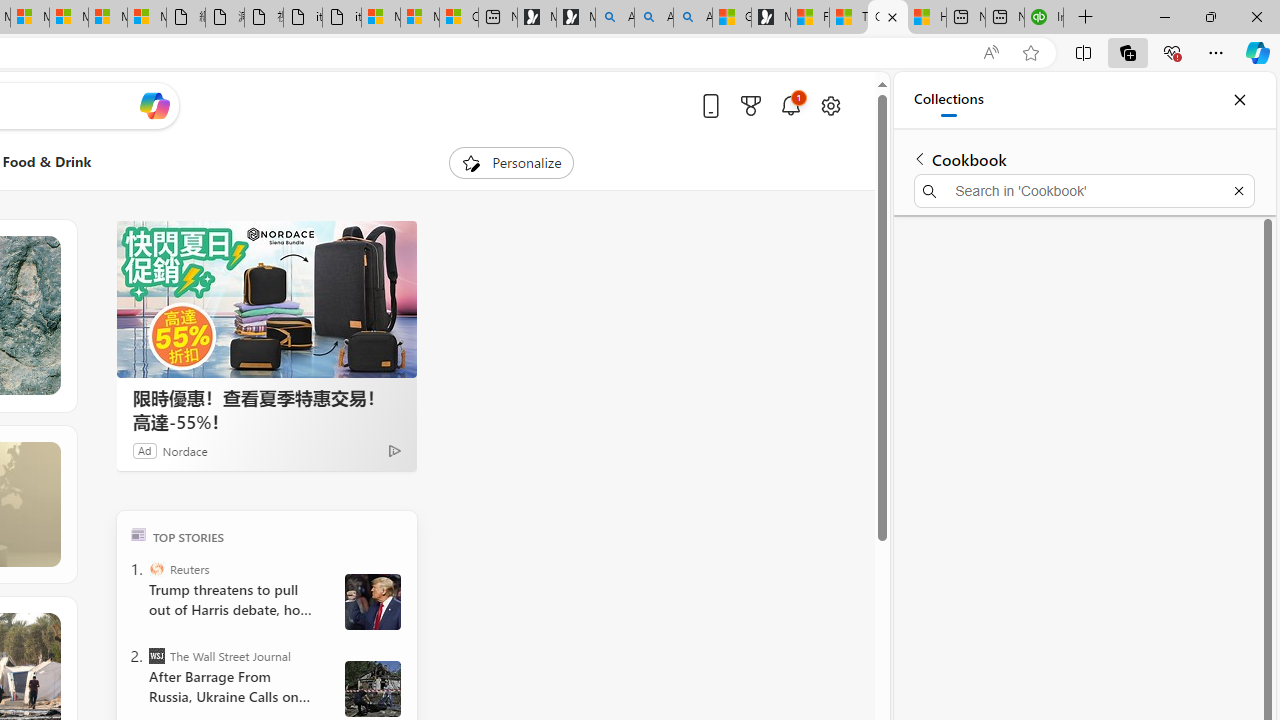  Describe the element at coordinates (614, 17) in the screenshot. I see `'Alabama high school quarterback dies - Search'` at that location.